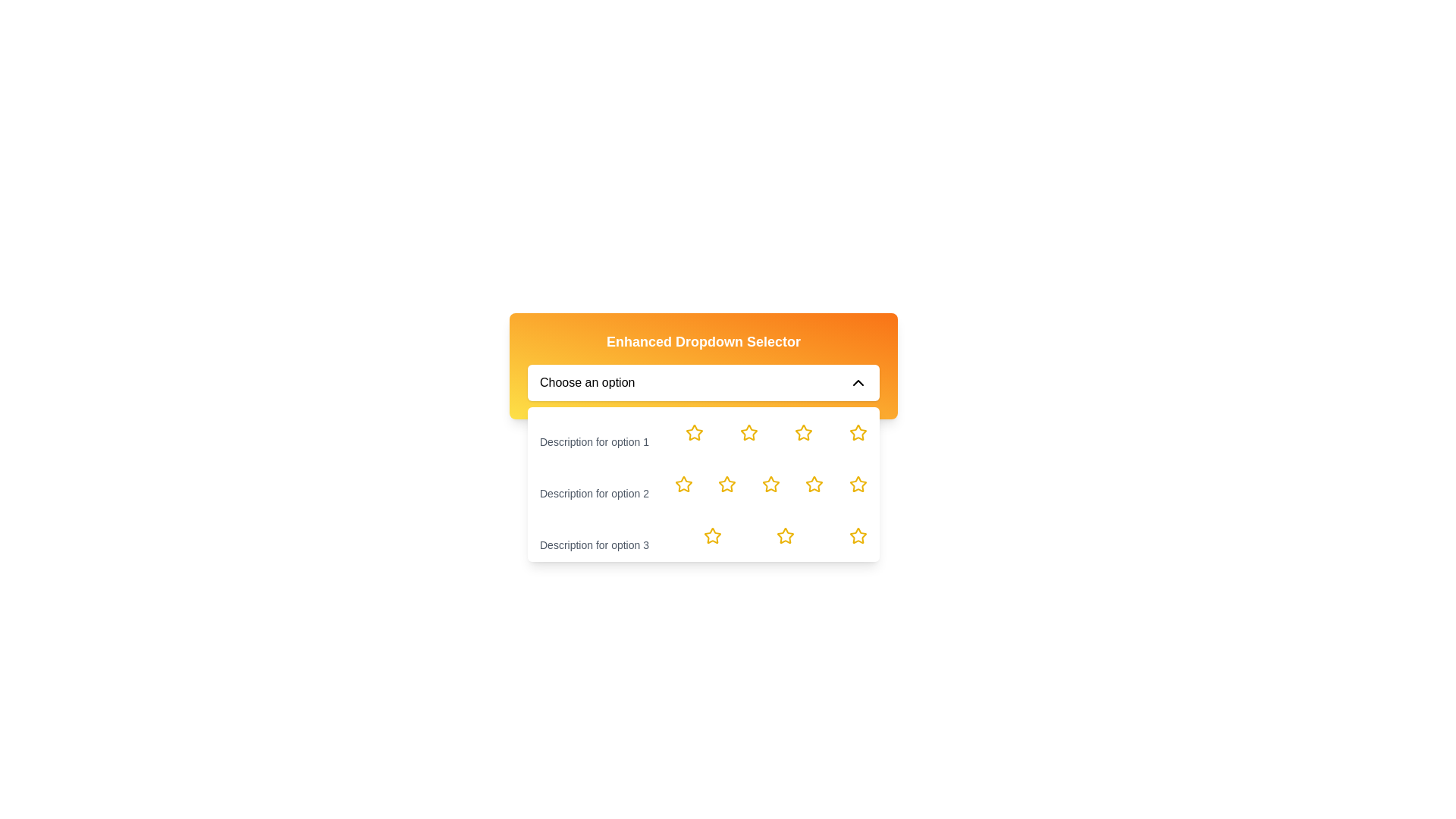 The width and height of the screenshot is (1456, 819). Describe the element at coordinates (593, 441) in the screenshot. I see `the Text label that provides additional context for the first option in the dropdown menu positioned below 'Option 1'` at that location.